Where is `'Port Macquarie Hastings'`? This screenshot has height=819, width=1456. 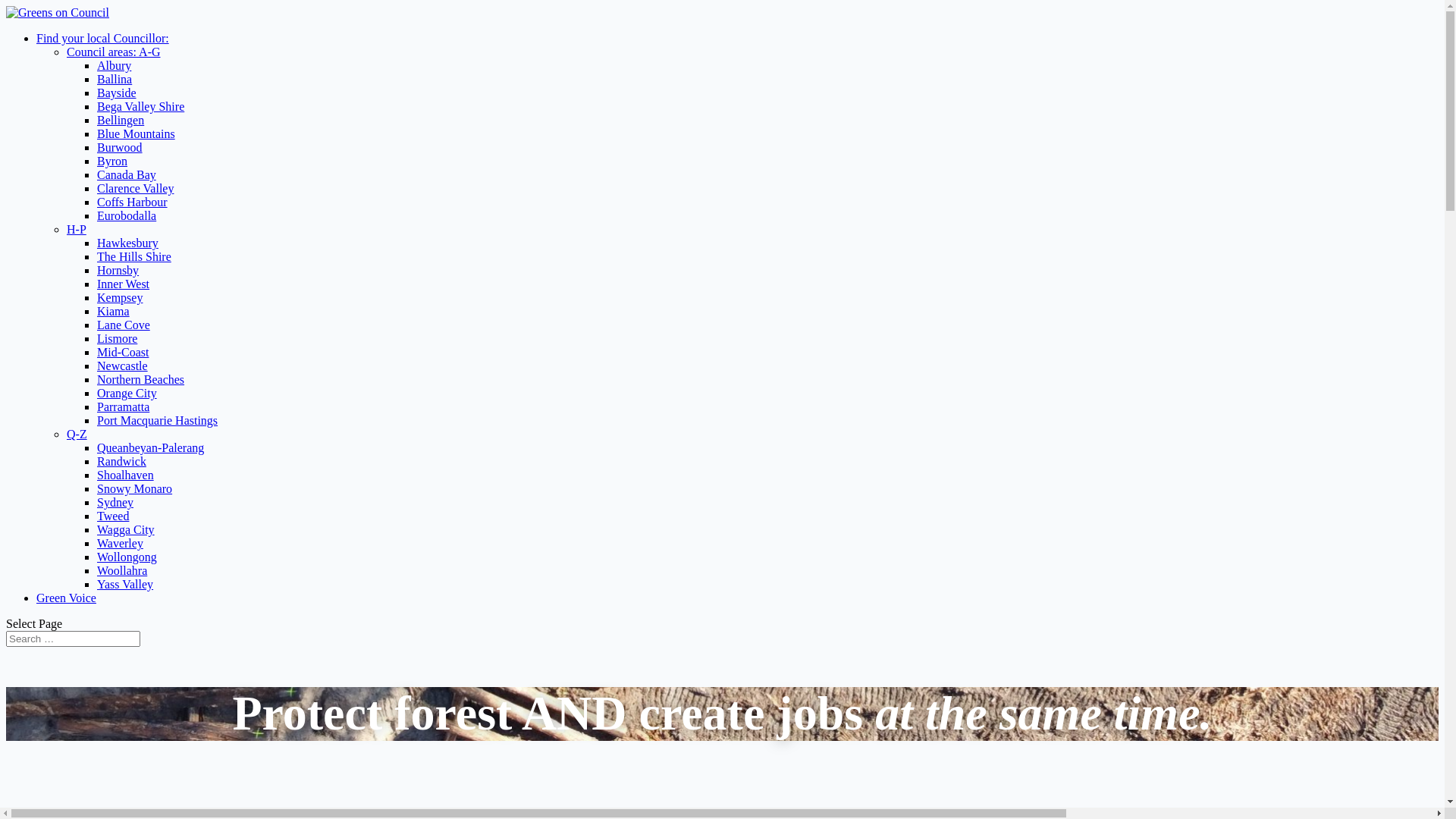 'Port Macquarie Hastings' is located at coordinates (157, 420).